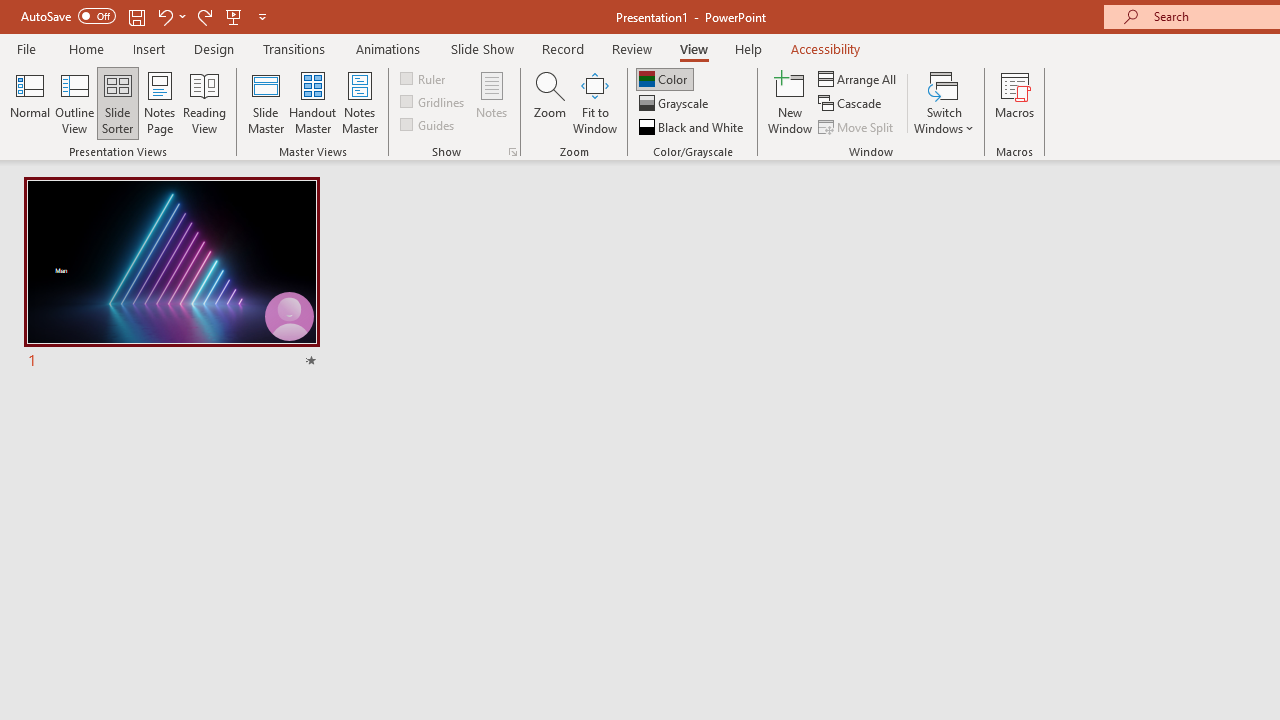  Describe the element at coordinates (74, 103) in the screenshot. I see `'Outline View'` at that location.